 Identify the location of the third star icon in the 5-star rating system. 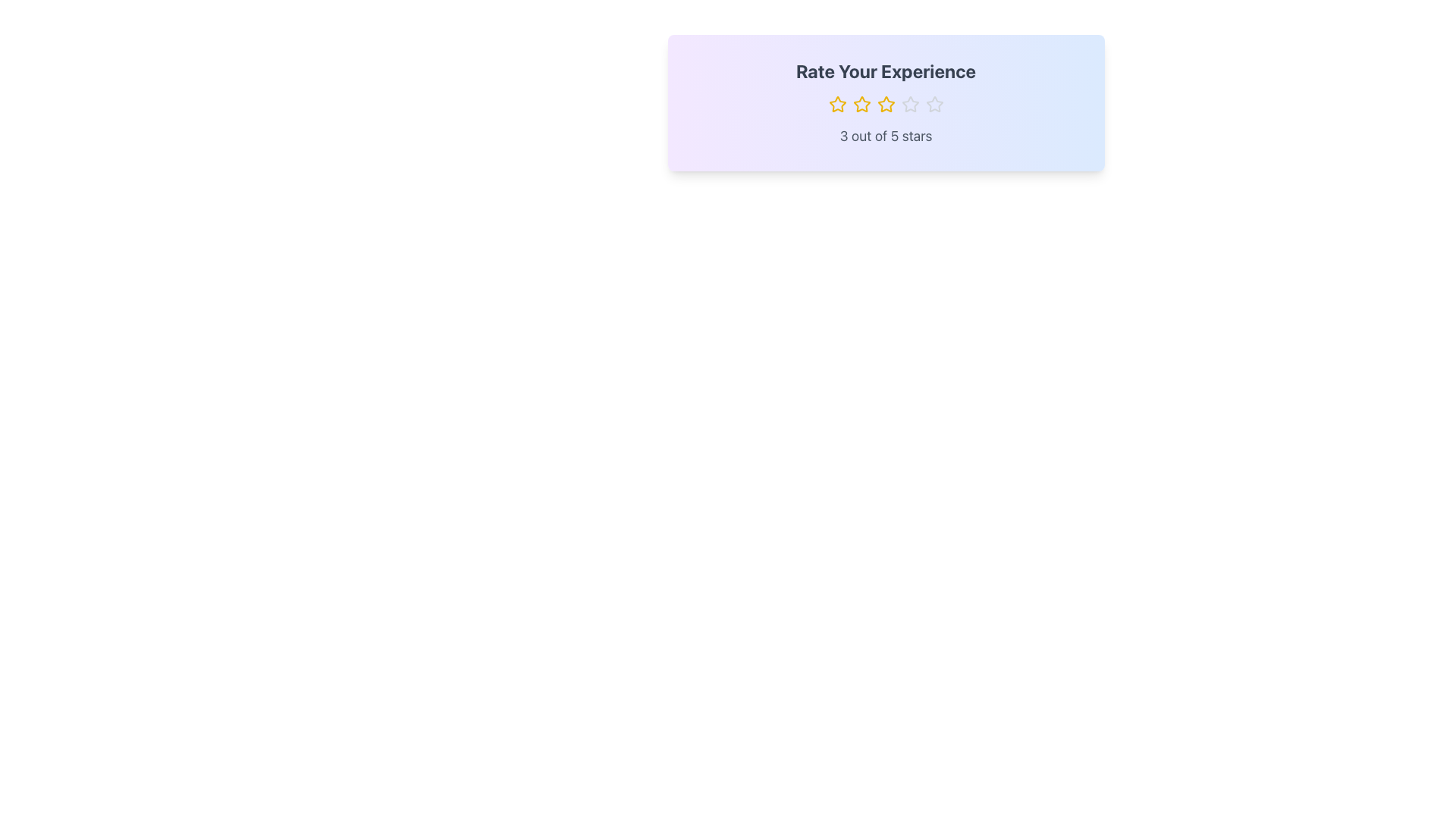
(886, 104).